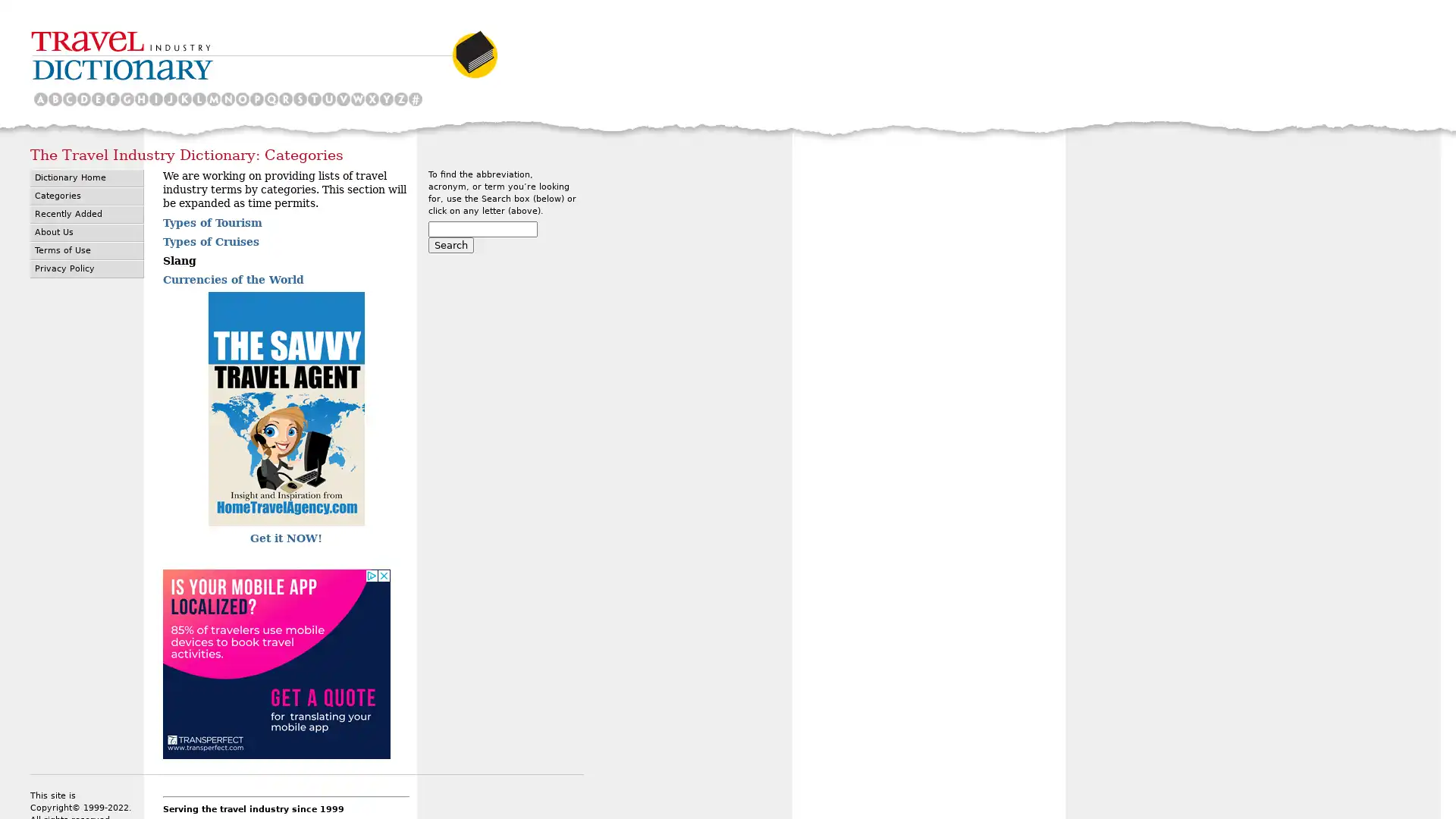 This screenshot has height=819, width=1456. I want to click on Search, so click(450, 244).